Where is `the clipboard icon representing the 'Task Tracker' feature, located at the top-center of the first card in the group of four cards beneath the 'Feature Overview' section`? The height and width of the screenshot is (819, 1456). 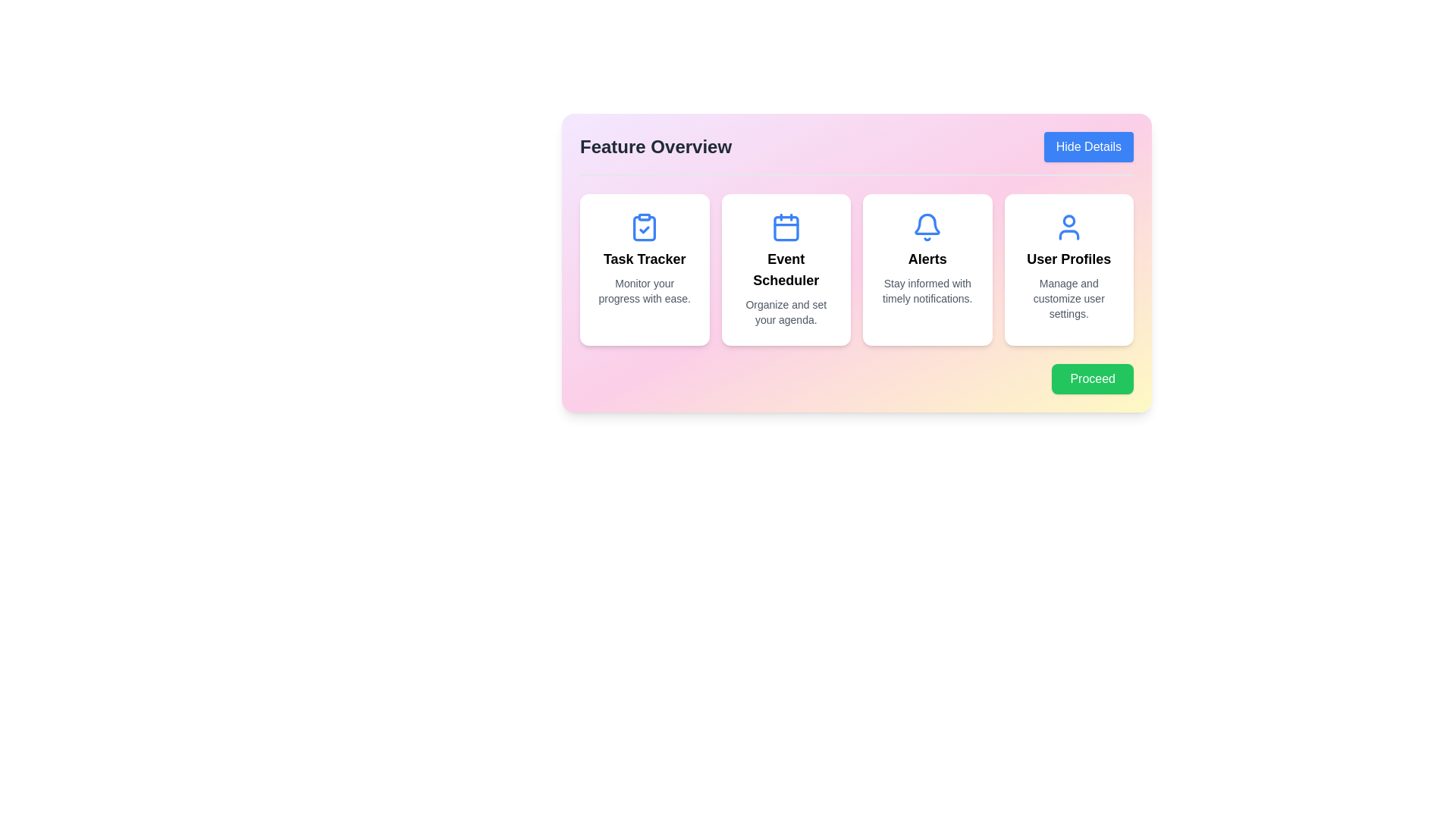 the clipboard icon representing the 'Task Tracker' feature, located at the top-center of the first card in the group of four cards beneath the 'Feature Overview' section is located at coordinates (645, 227).